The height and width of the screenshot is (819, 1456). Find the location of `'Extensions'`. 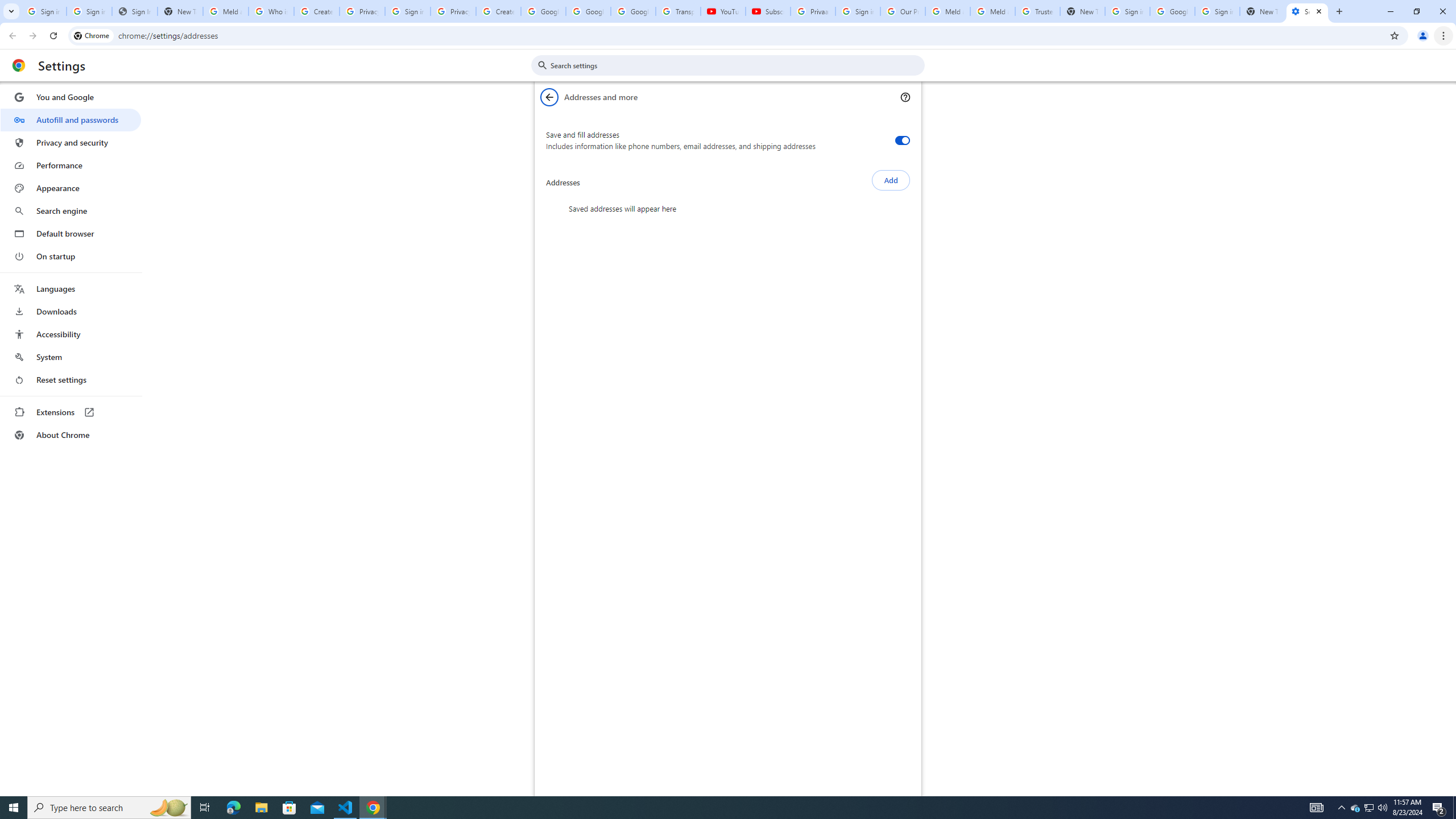

'Extensions' is located at coordinates (70, 412).